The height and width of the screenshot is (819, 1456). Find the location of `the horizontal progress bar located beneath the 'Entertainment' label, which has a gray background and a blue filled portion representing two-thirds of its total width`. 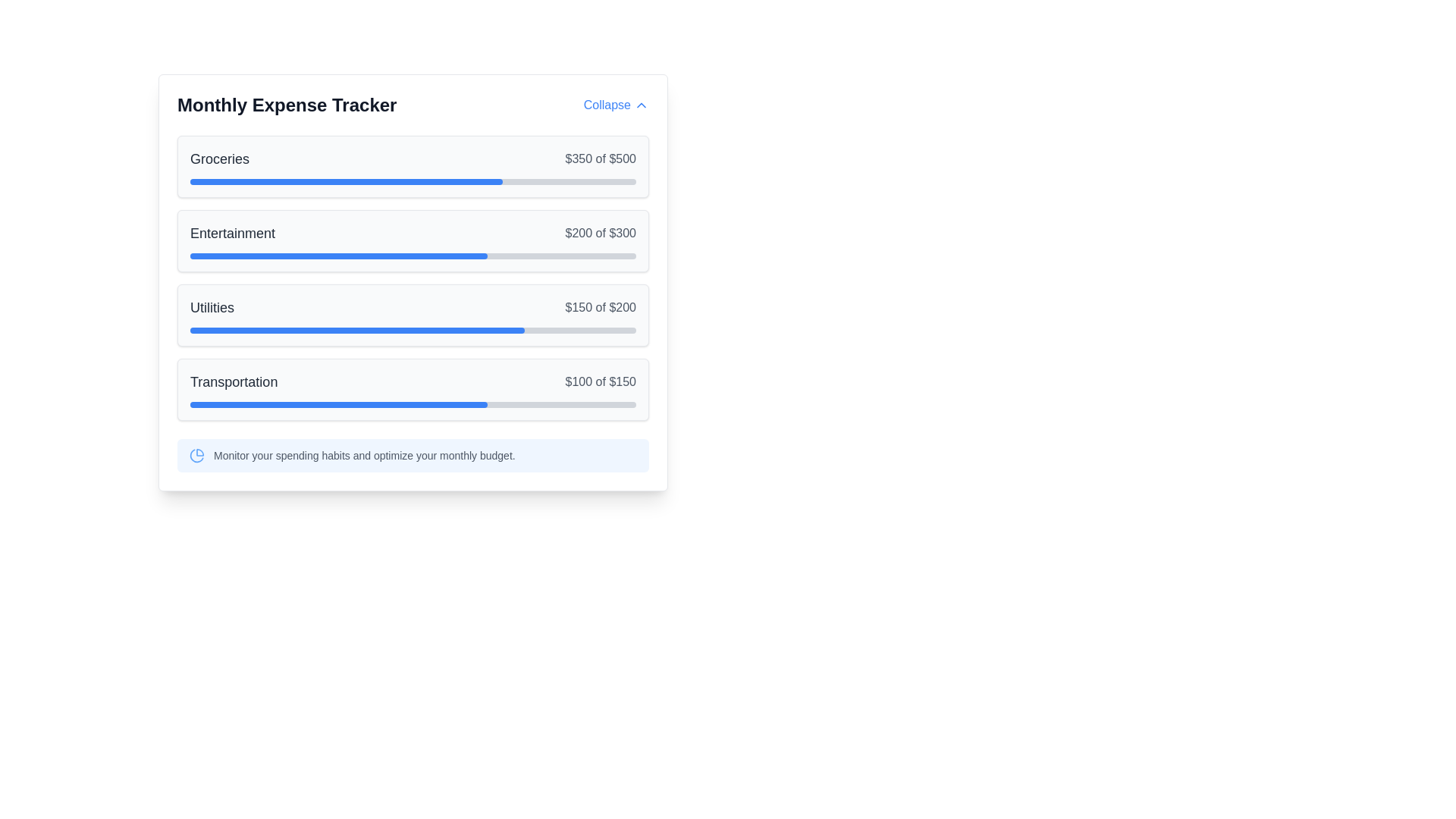

the horizontal progress bar located beneath the 'Entertainment' label, which has a gray background and a blue filled portion representing two-thirds of its total width is located at coordinates (413, 256).